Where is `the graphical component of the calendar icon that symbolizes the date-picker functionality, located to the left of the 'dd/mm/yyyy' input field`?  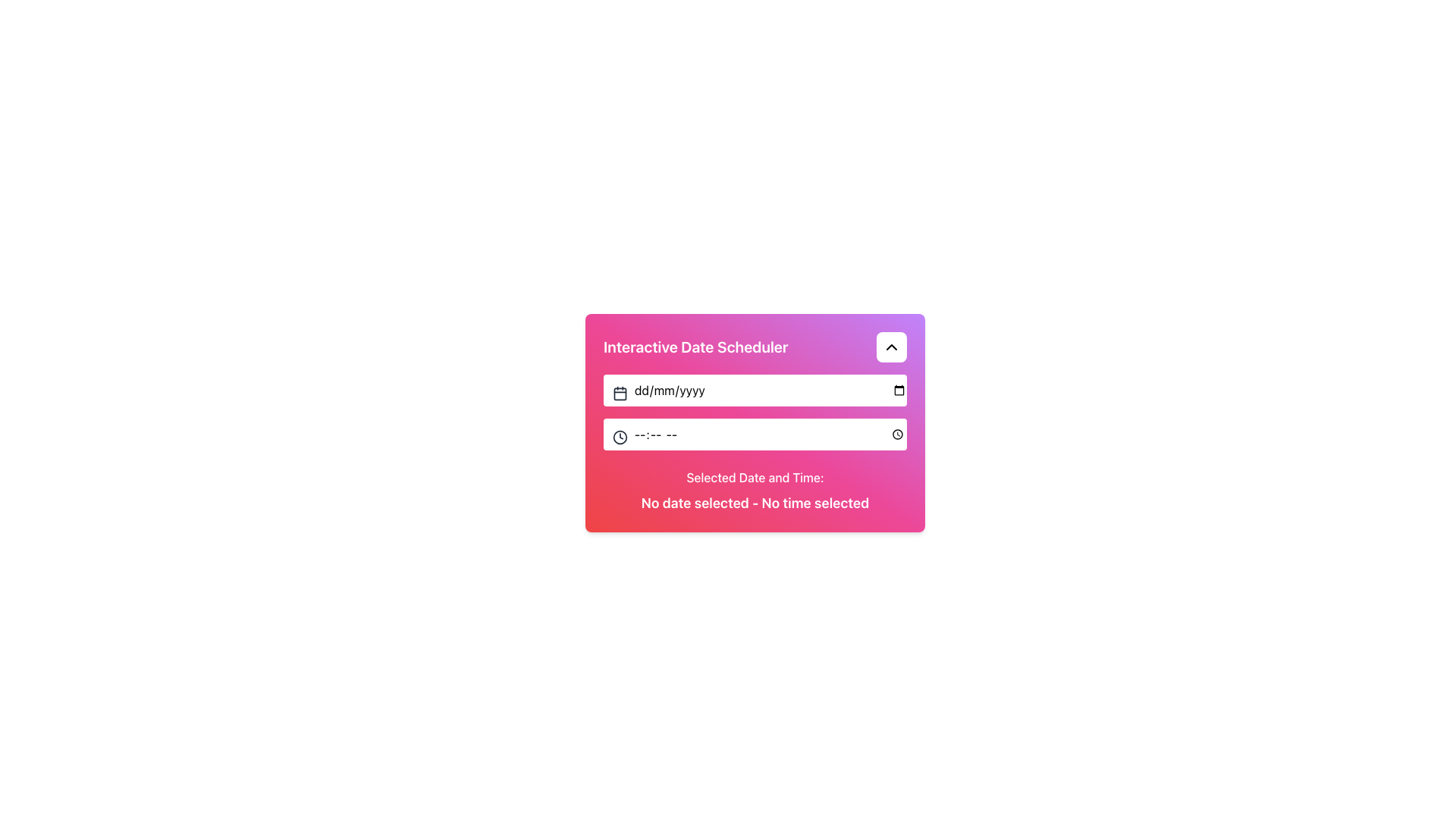 the graphical component of the calendar icon that symbolizes the date-picker functionality, located to the left of the 'dd/mm/yyyy' input field is located at coordinates (620, 393).